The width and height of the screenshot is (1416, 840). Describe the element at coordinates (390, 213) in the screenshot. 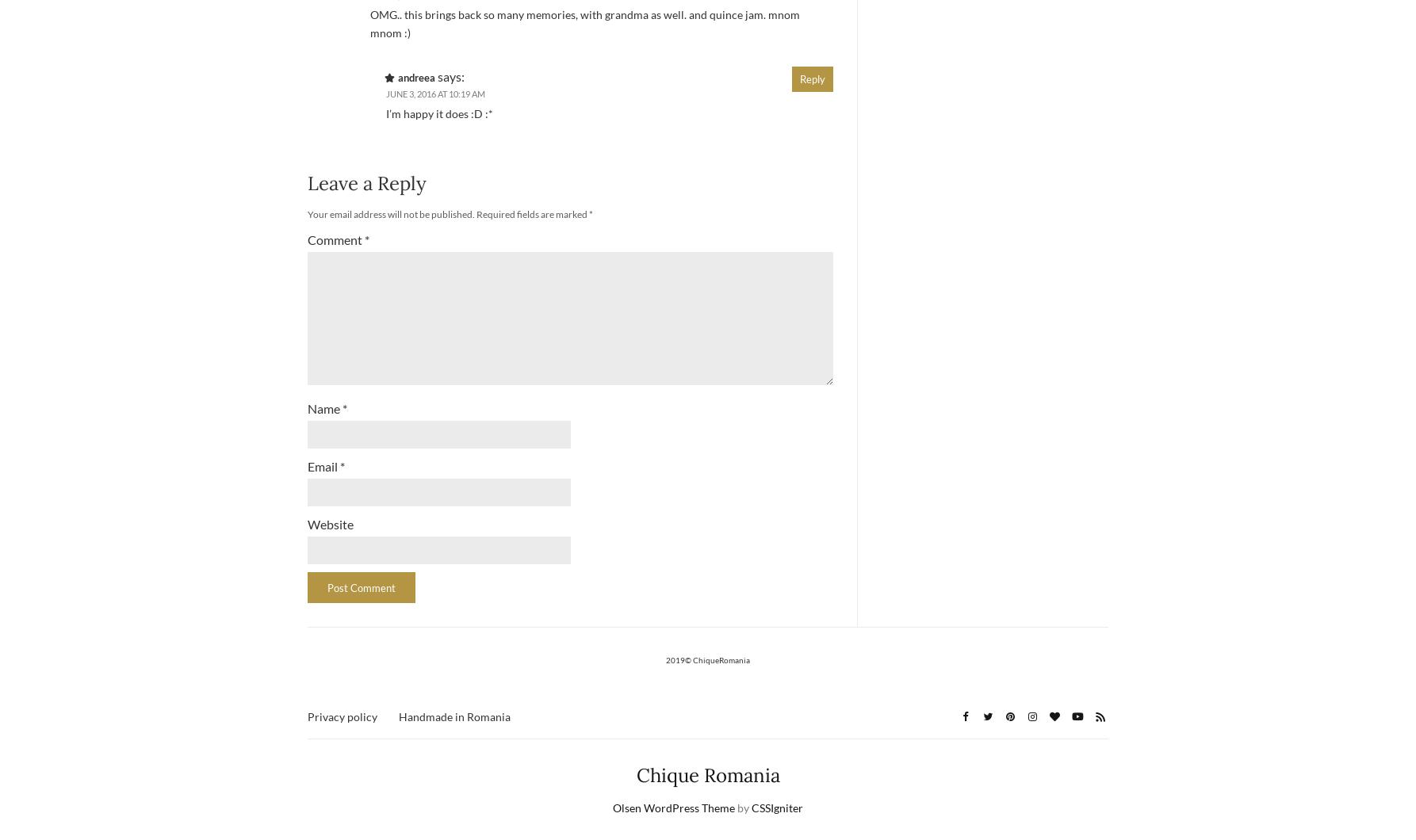

I see `'Your email address will not be published.'` at that location.